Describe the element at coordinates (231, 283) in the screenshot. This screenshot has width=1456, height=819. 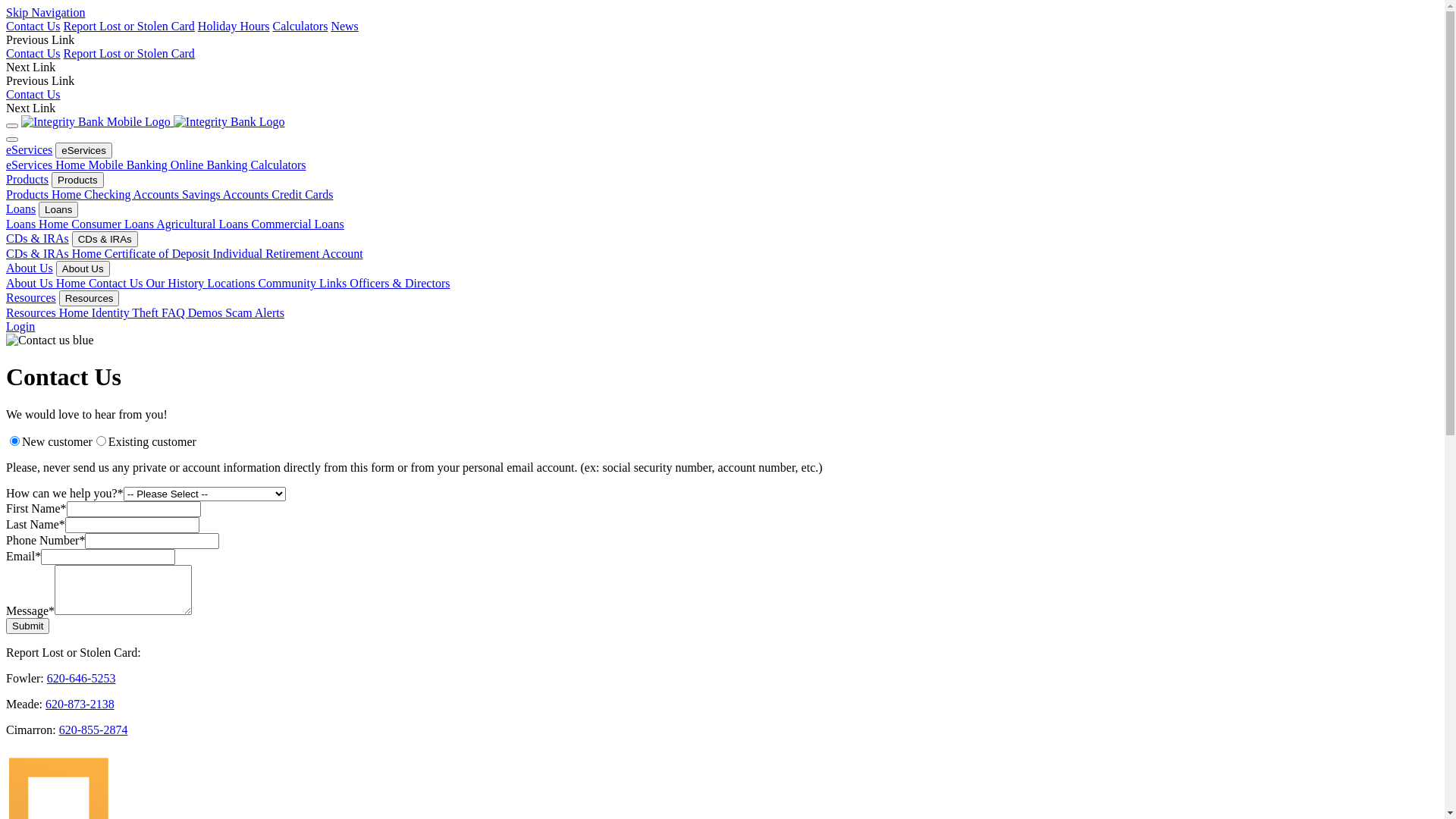
I see `'Locations'` at that location.